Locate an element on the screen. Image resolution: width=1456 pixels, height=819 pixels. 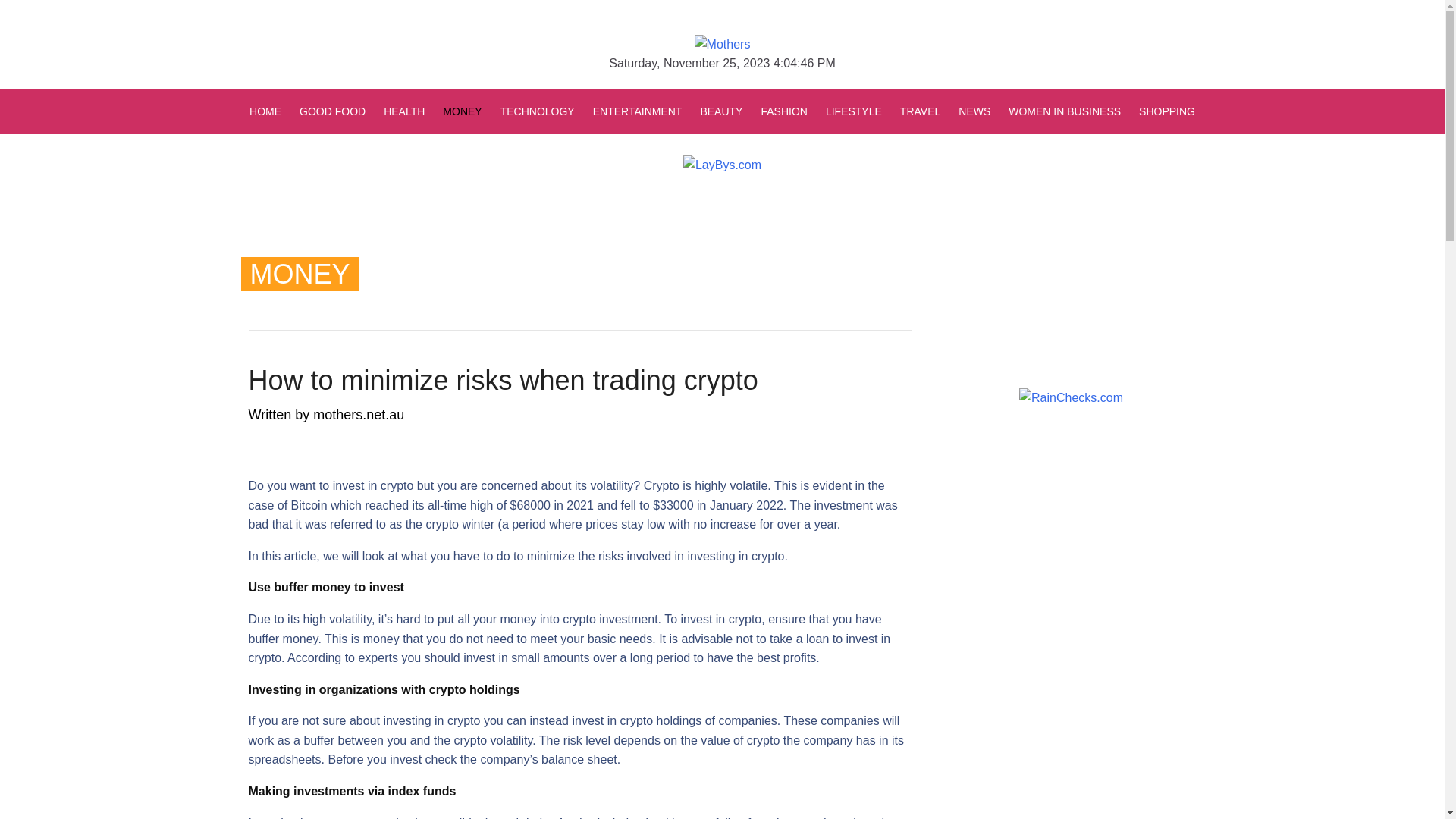
'WOMEN IN BUSINESS' is located at coordinates (999, 110).